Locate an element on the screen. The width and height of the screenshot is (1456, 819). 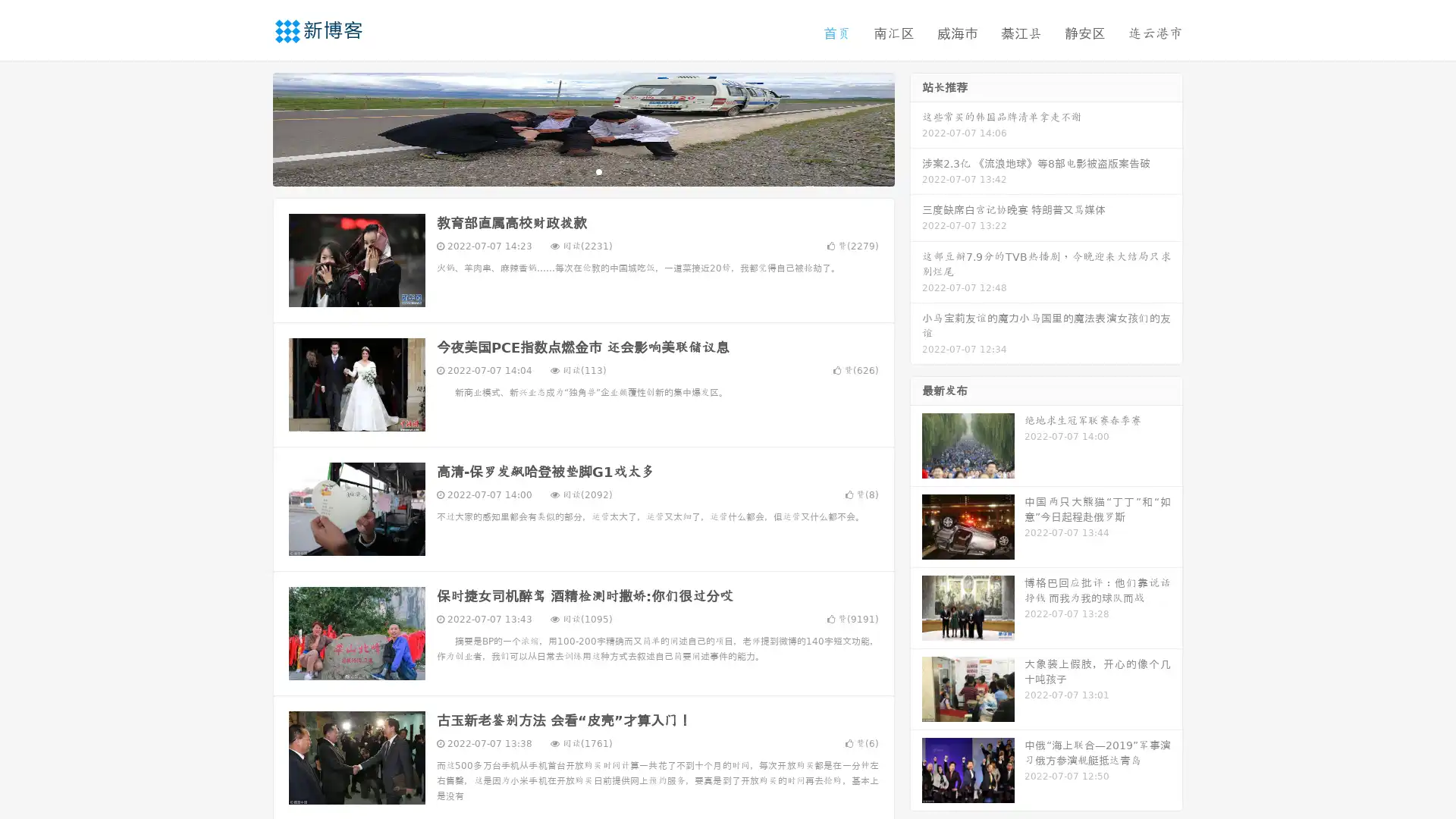
Go to slide 3 is located at coordinates (598, 171).